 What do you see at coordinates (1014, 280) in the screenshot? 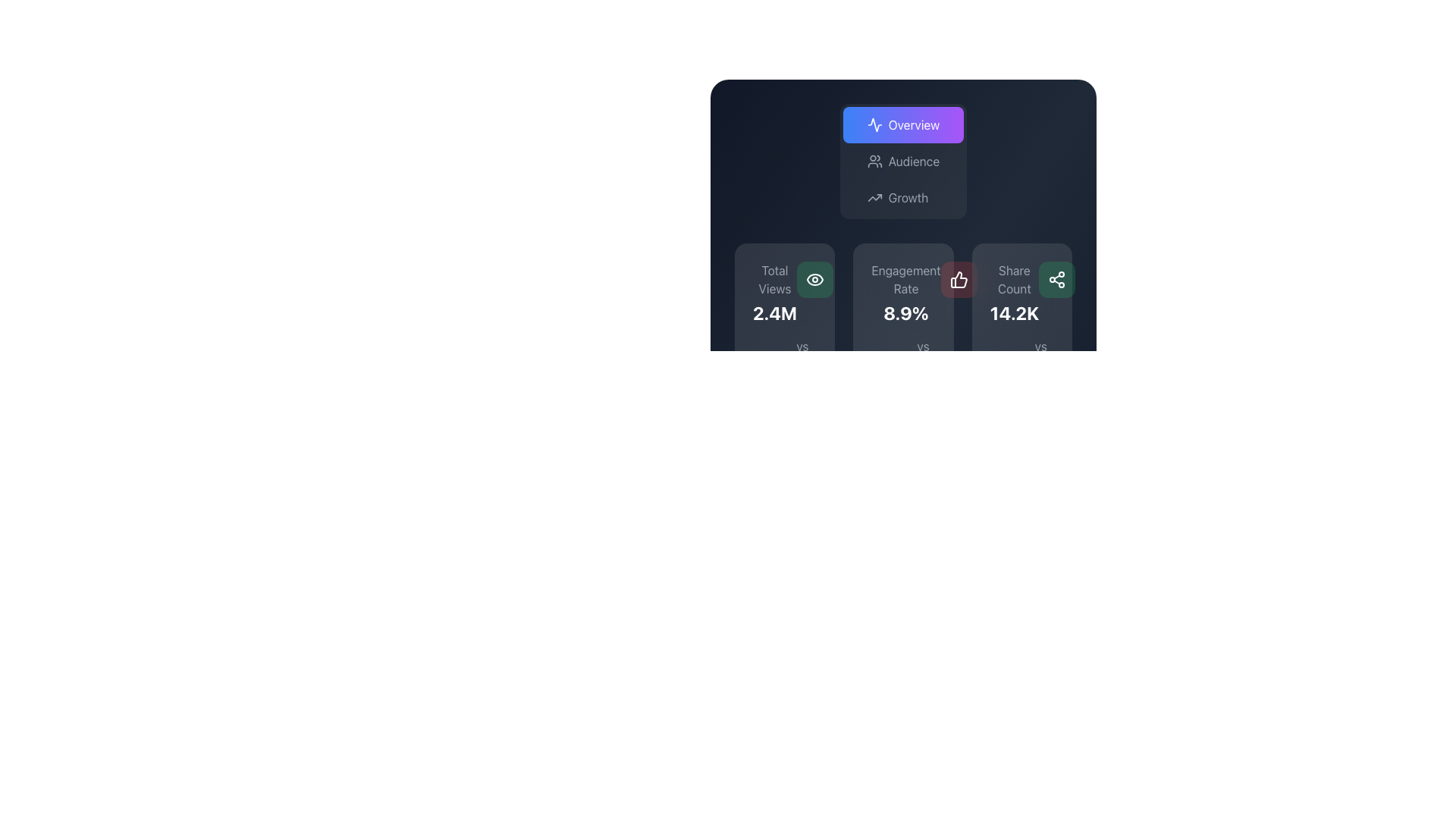
I see `the Text Display element that provides a label for the total share count, located above the numerical value '14.2K' in the right section of the statistics area` at bounding box center [1014, 280].